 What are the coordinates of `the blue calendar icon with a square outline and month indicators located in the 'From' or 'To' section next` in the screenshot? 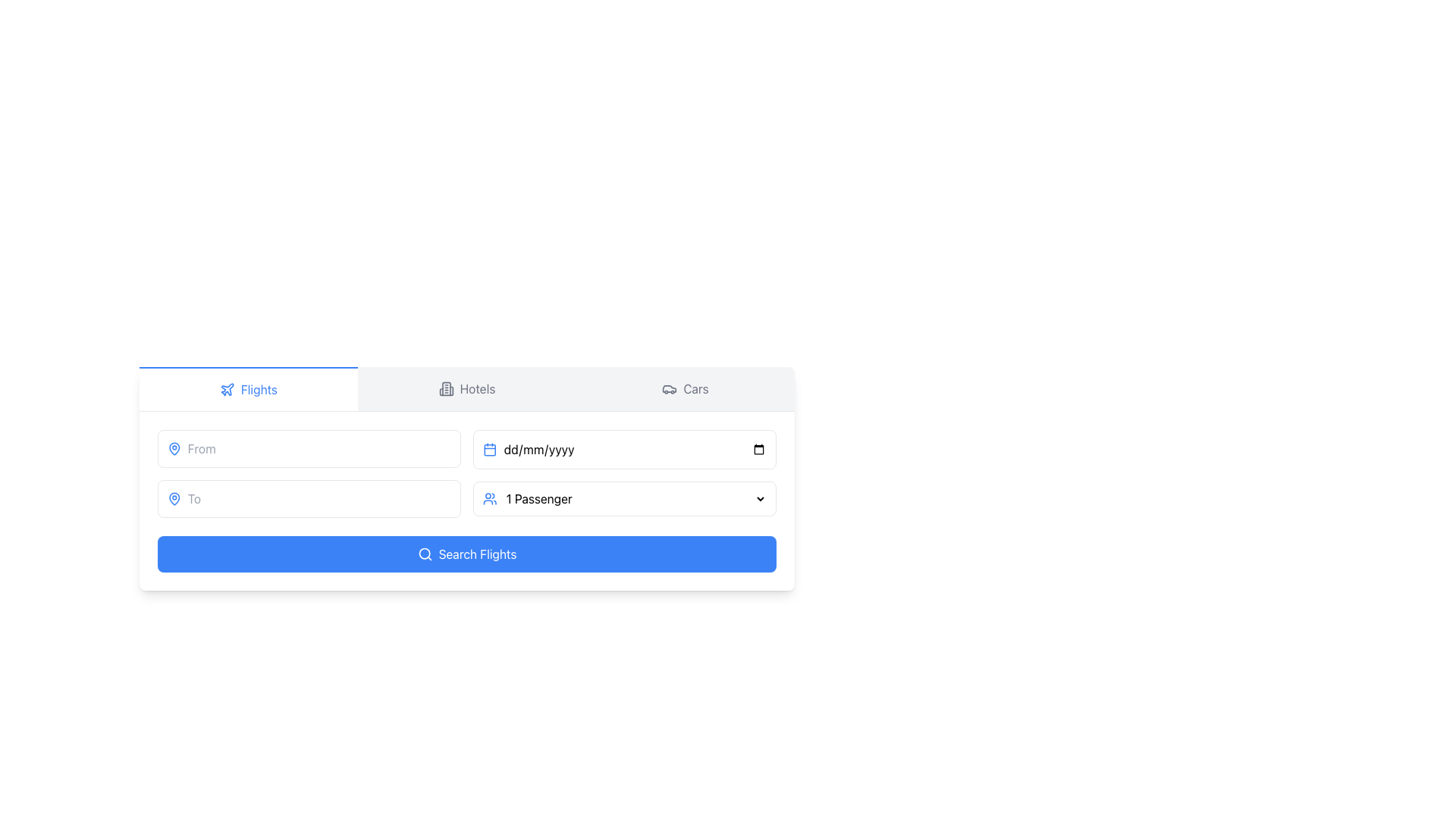 It's located at (490, 449).